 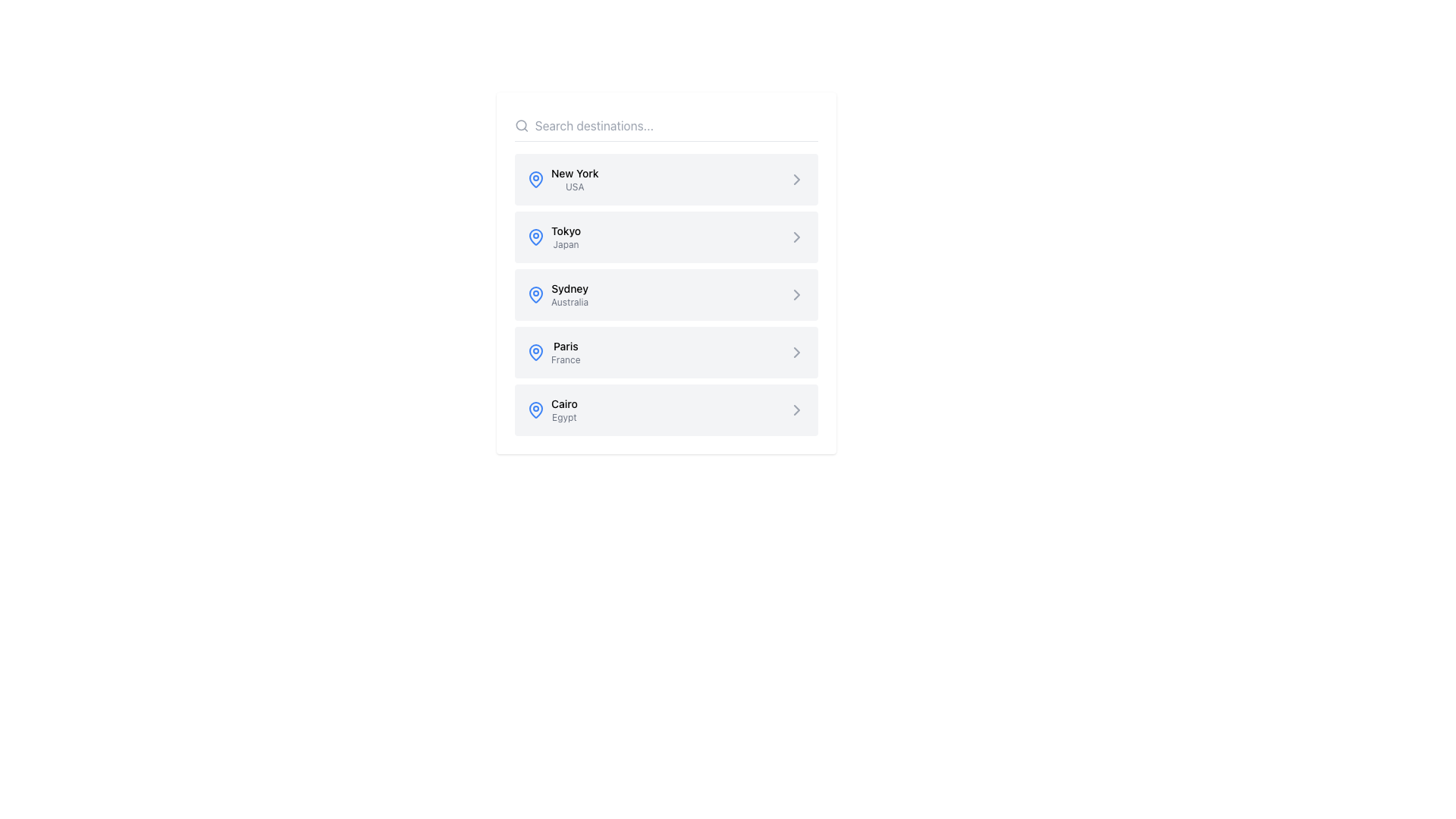 What do you see at coordinates (535, 237) in the screenshot?
I see `the blue map pin icon located directly to the left of the text 'Tokyo' in the second row of the list` at bounding box center [535, 237].